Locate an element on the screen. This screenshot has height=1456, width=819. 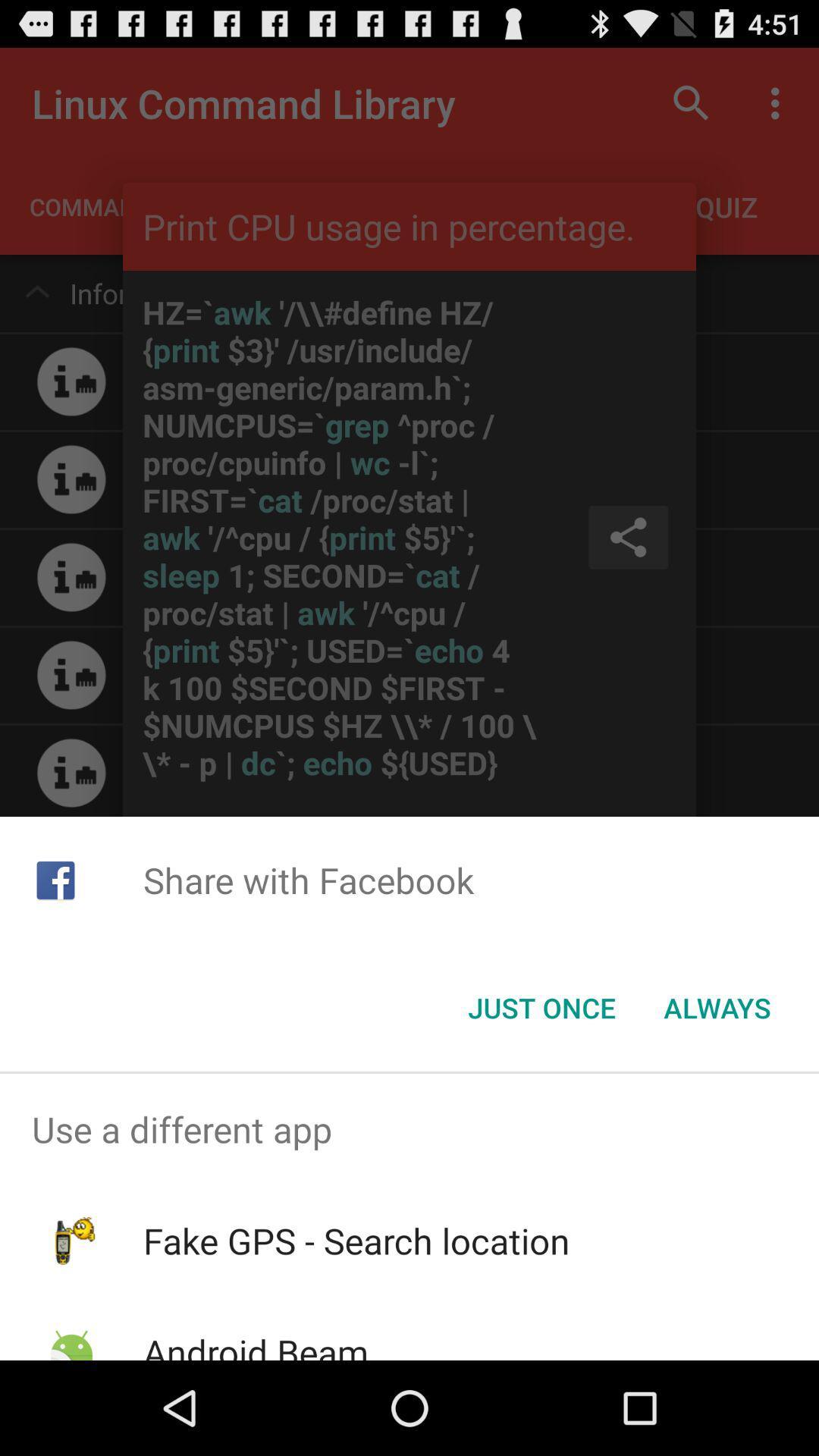
the always icon is located at coordinates (717, 1008).